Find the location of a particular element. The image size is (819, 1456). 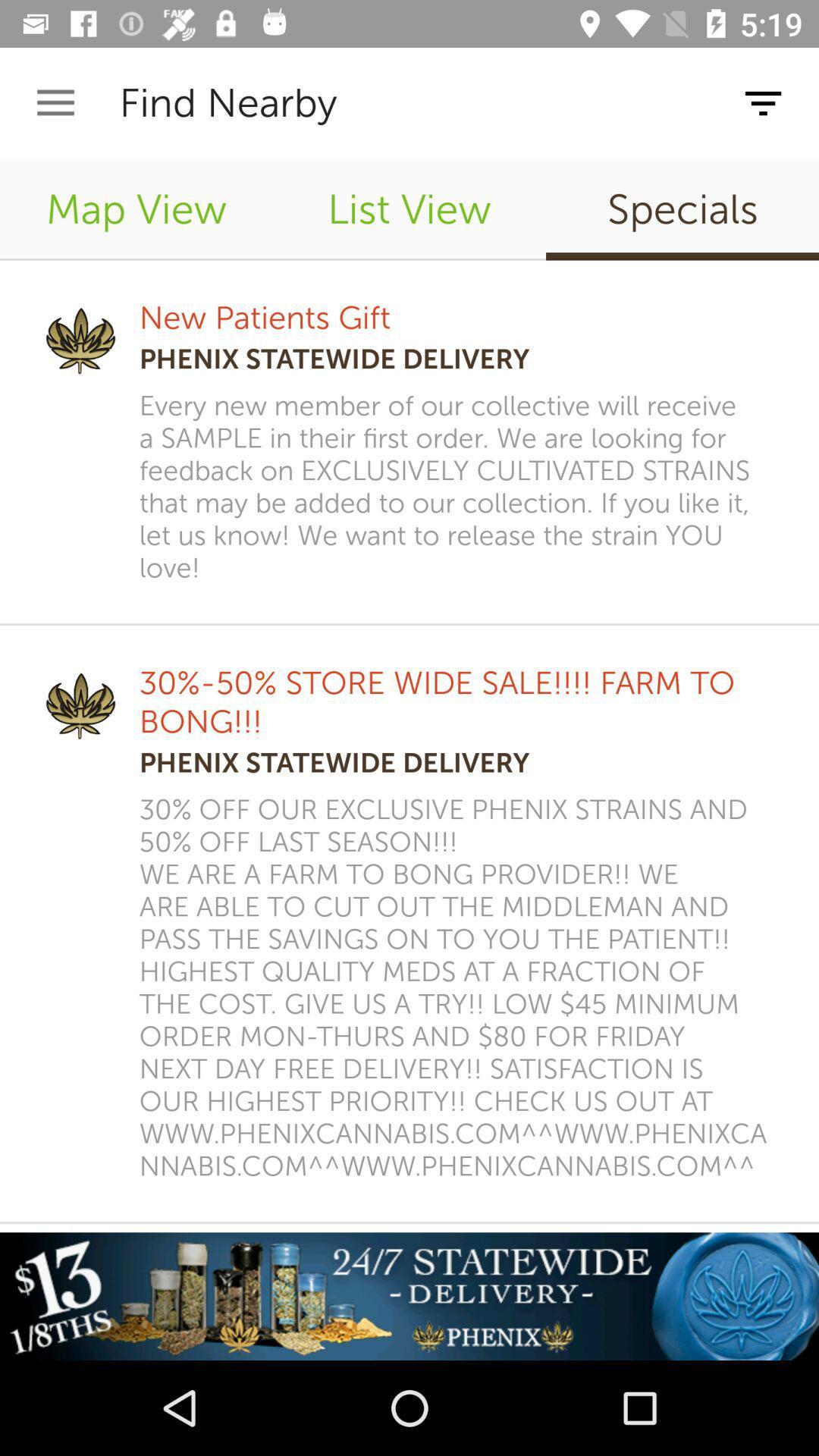

item below phenix statewide delivery icon is located at coordinates (458, 487).